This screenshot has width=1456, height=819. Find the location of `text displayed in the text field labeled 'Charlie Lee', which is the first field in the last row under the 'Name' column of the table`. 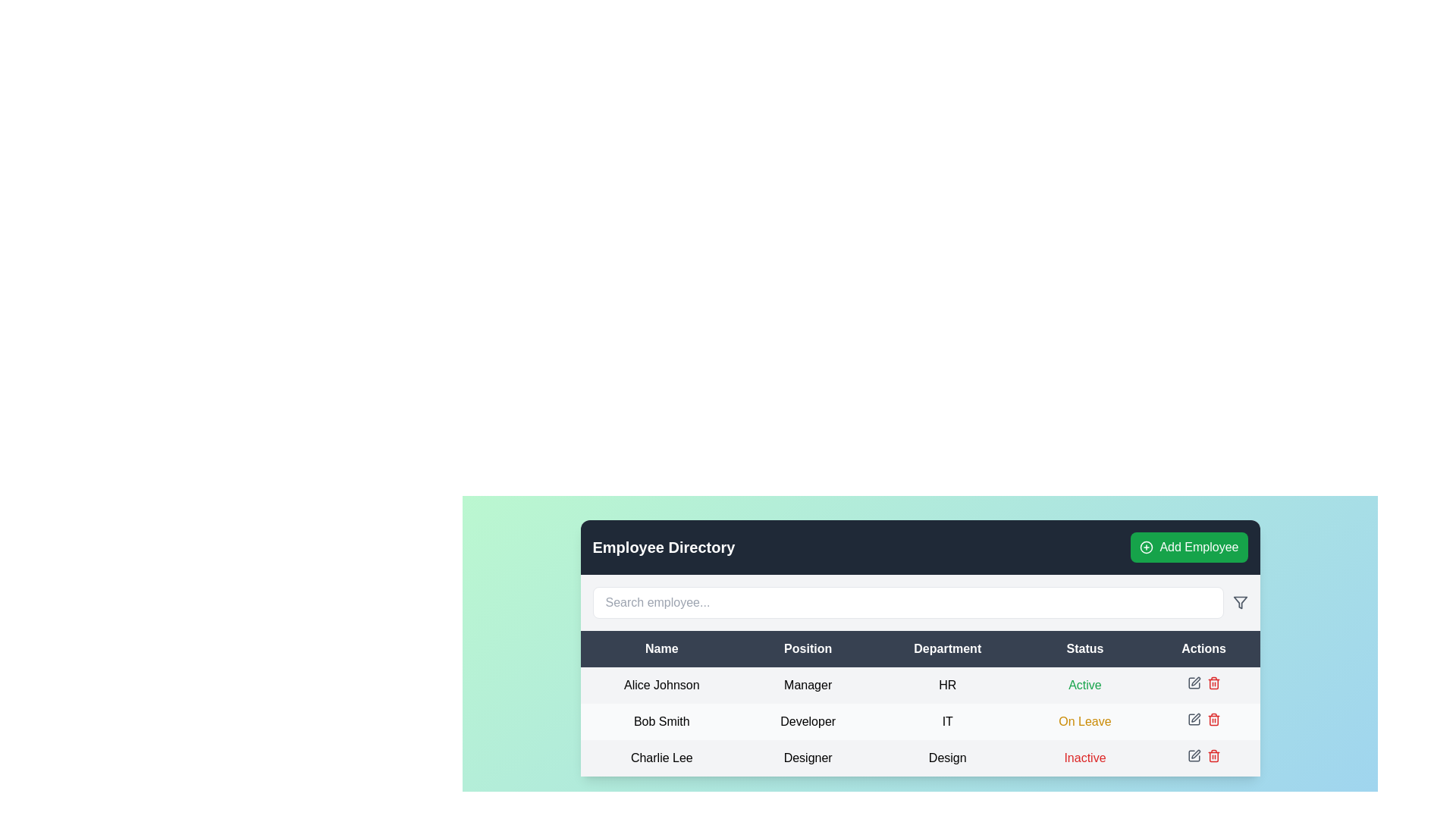

text displayed in the text field labeled 'Charlie Lee', which is the first field in the last row under the 'Name' column of the table is located at coordinates (661, 758).